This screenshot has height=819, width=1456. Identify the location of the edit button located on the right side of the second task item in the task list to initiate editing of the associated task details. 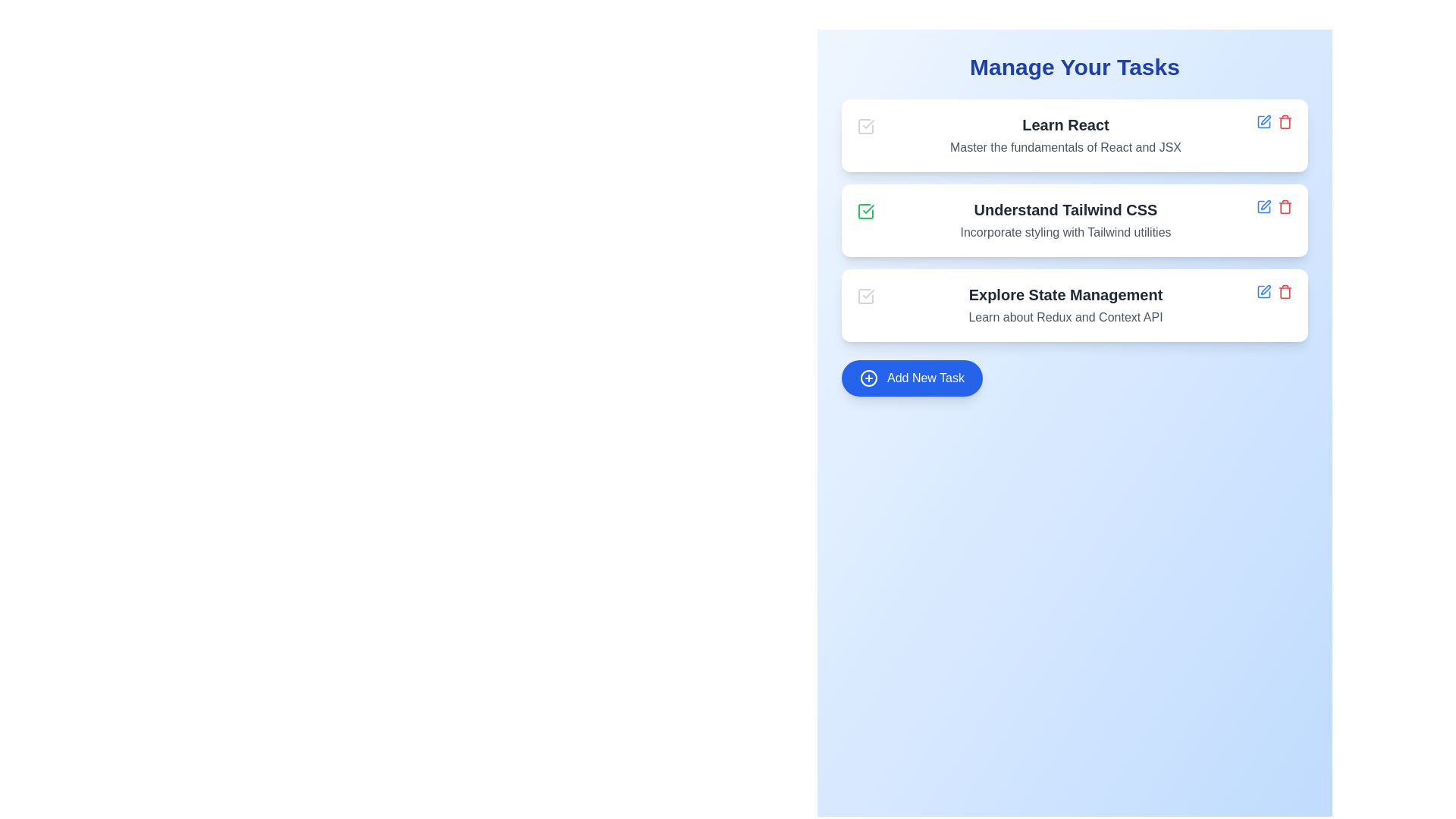
(1263, 207).